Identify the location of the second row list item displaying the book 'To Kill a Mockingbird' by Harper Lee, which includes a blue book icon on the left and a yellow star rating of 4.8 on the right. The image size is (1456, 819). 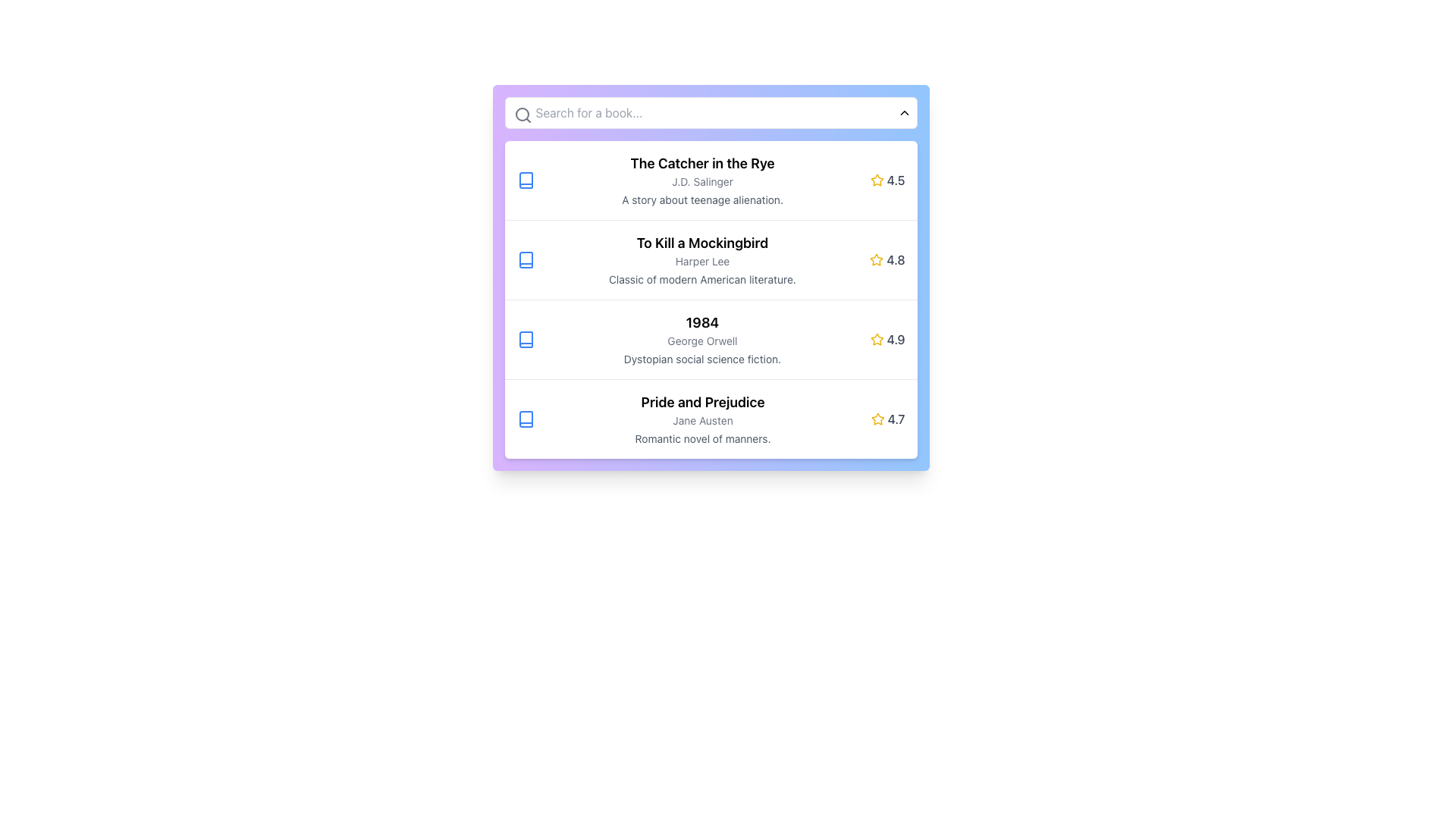
(710, 259).